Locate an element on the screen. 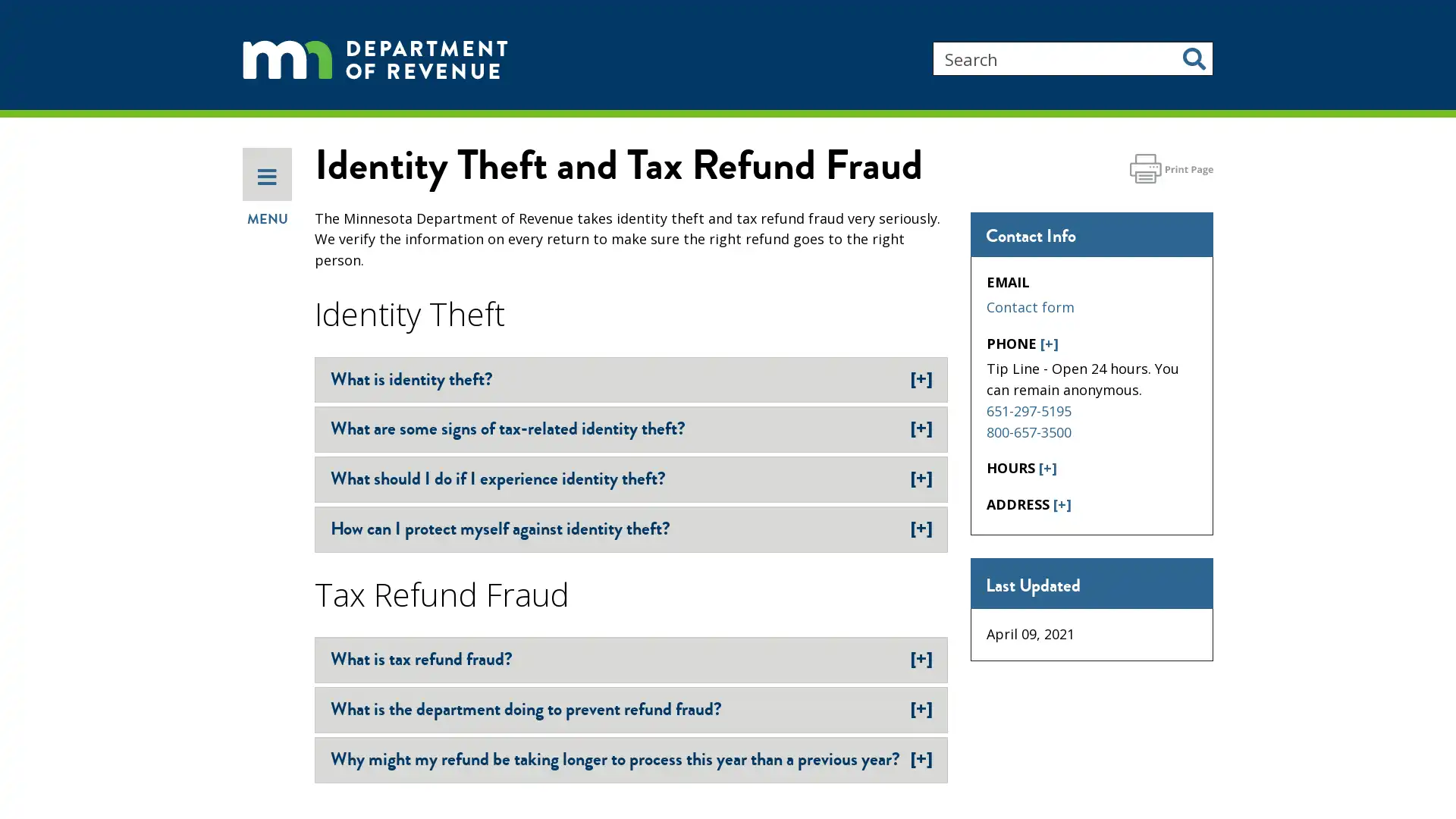  MENU is located at coordinates (267, 267).